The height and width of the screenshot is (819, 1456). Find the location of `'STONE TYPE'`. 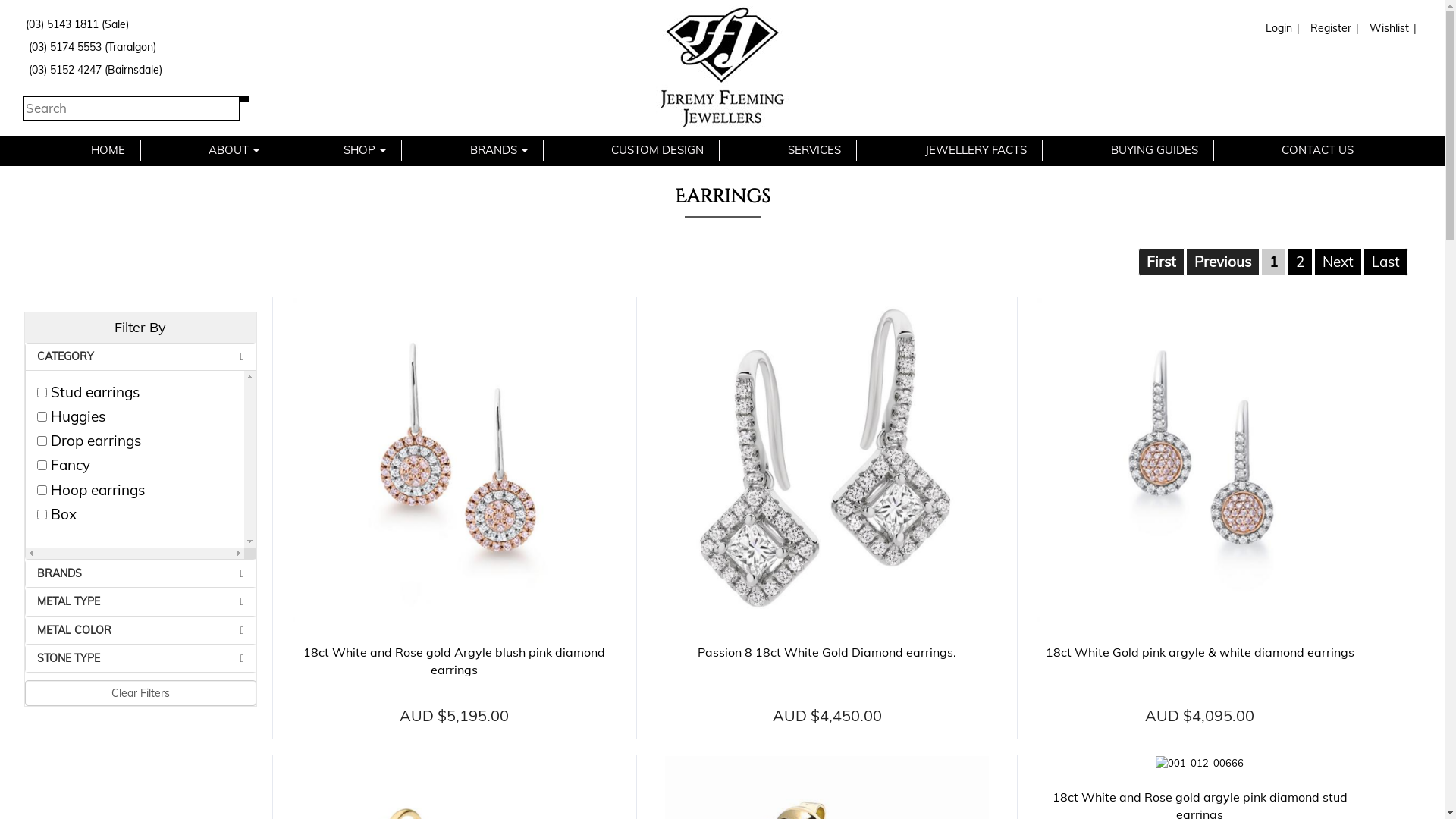

'STONE TYPE' is located at coordinates (140, 657).